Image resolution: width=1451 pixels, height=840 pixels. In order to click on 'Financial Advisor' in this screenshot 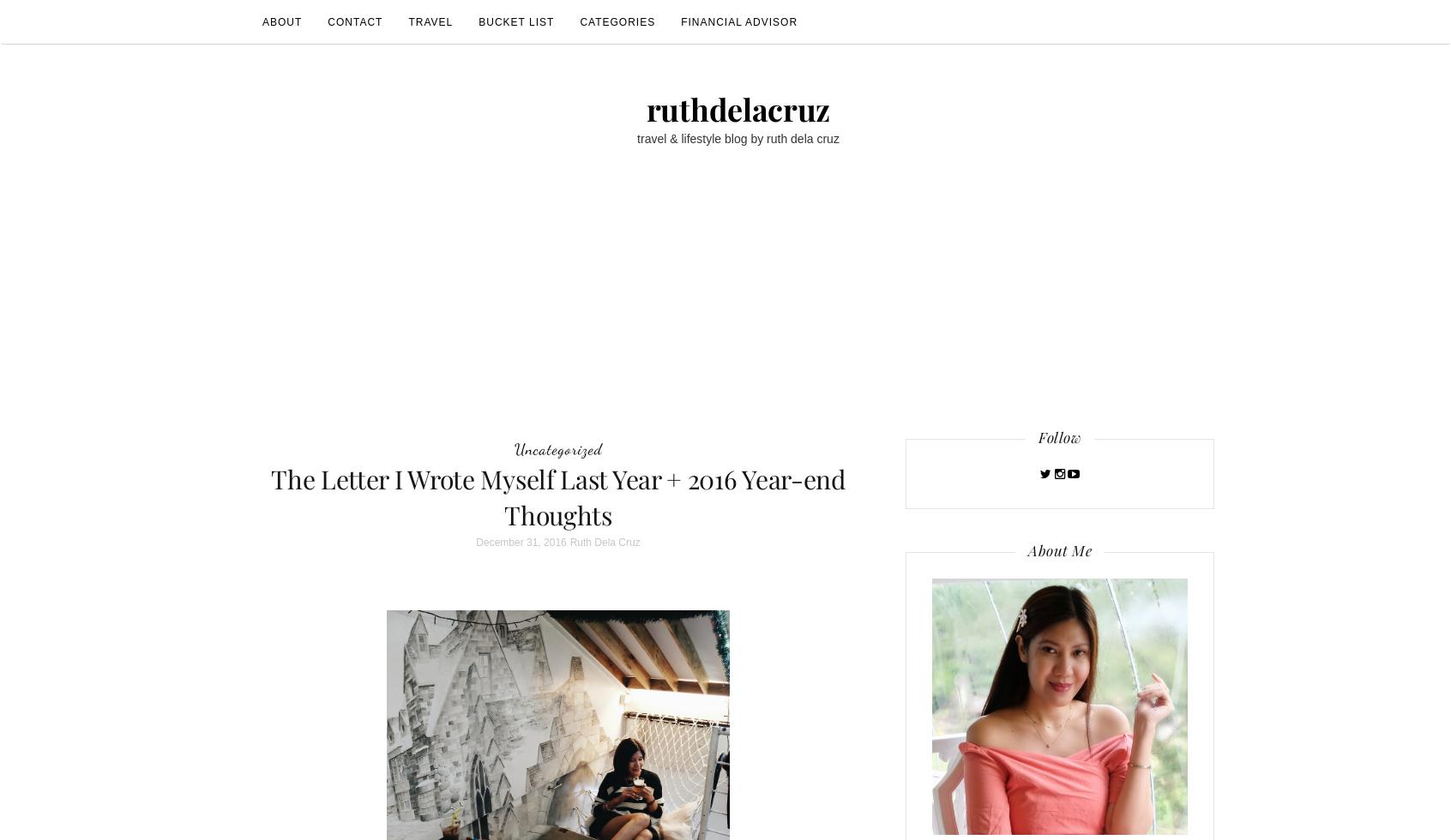, I will do `click(738, 21)`.